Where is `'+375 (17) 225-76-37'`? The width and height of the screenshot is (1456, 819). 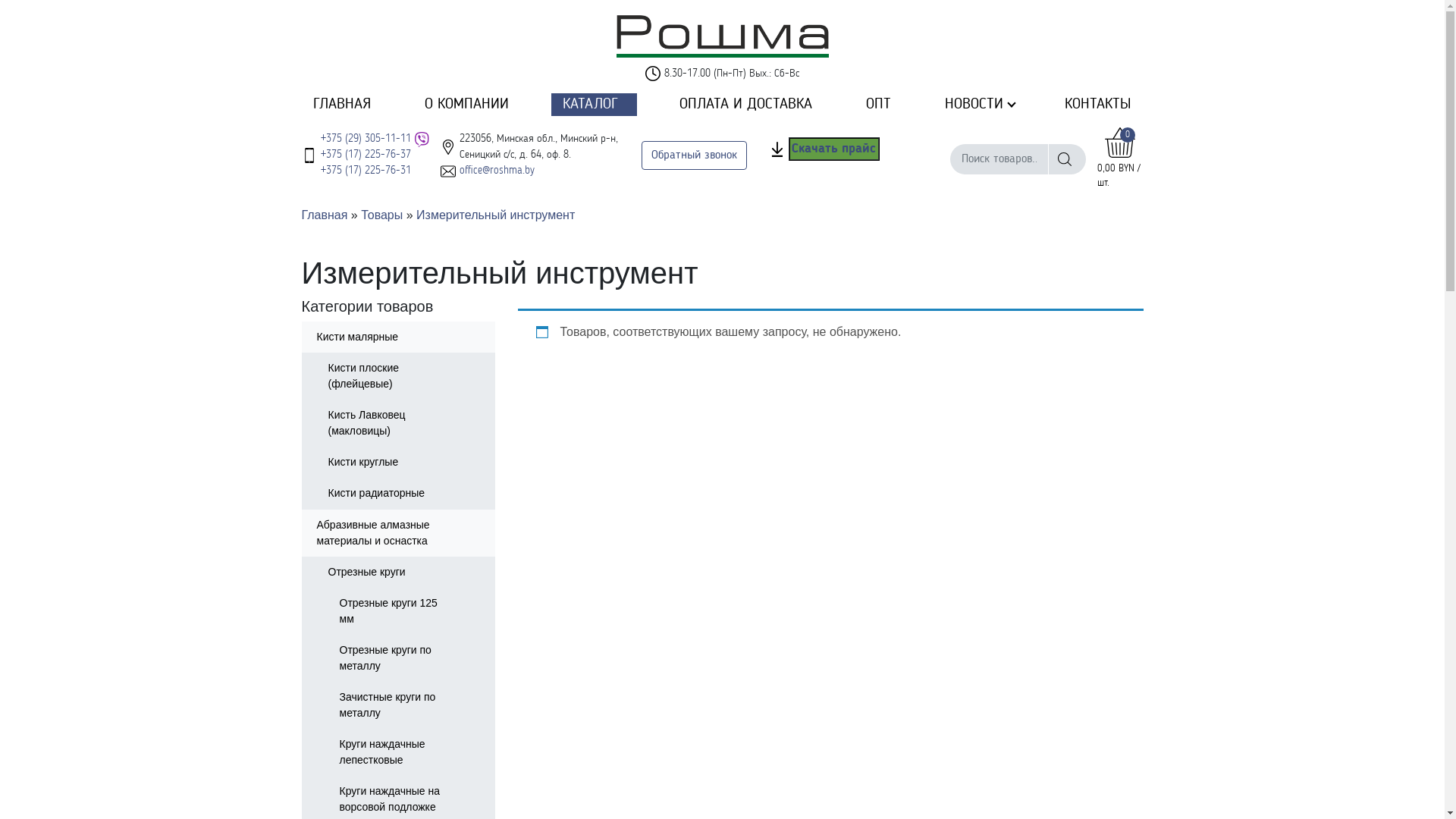 '+375 (17) 225-76-37' is located at coordinates (365, 155).